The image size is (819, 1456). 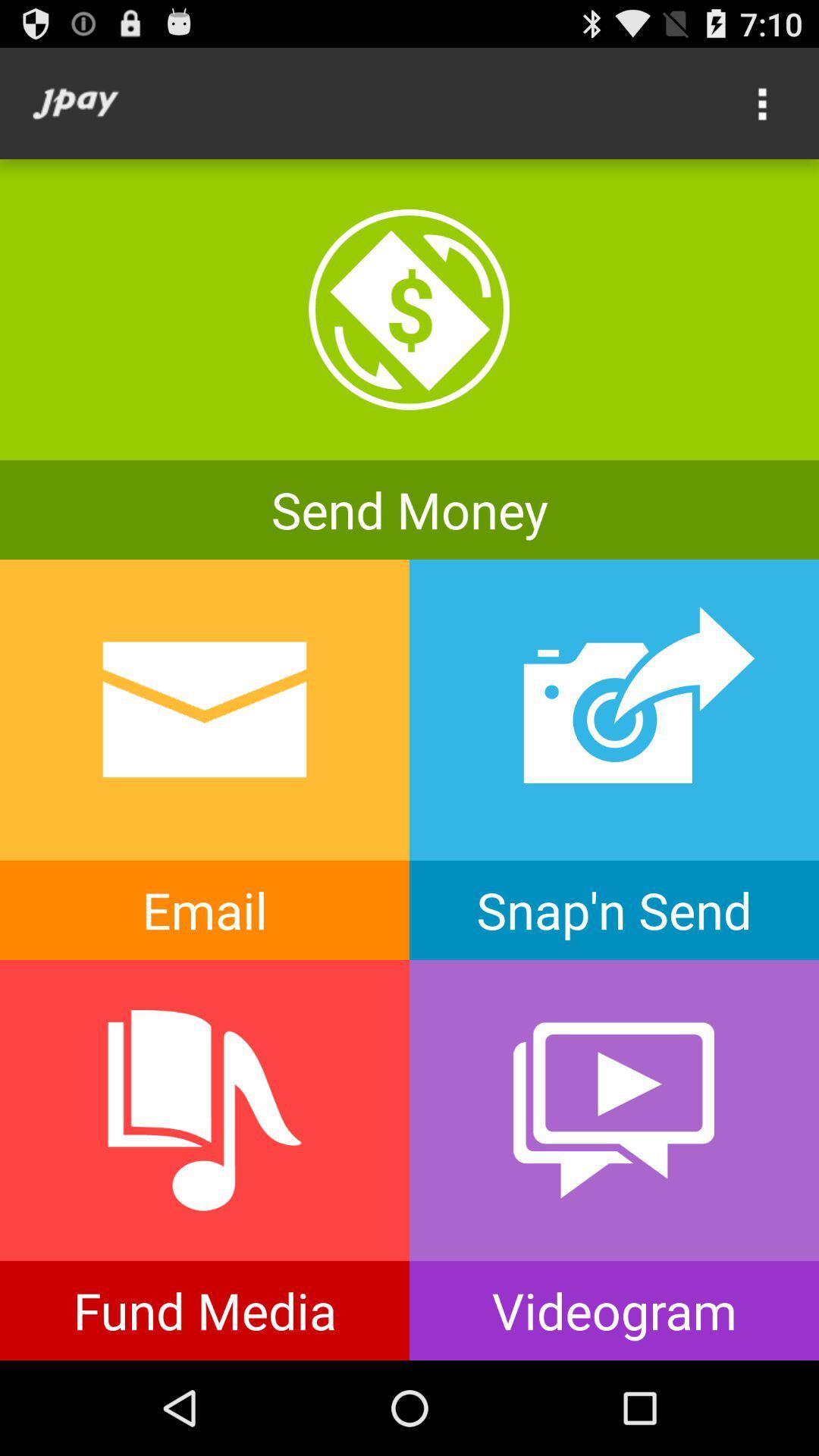 What do you see at coordinates (75, 102) in the screenshot?
I see `home page` at bounding box center [75, 102].